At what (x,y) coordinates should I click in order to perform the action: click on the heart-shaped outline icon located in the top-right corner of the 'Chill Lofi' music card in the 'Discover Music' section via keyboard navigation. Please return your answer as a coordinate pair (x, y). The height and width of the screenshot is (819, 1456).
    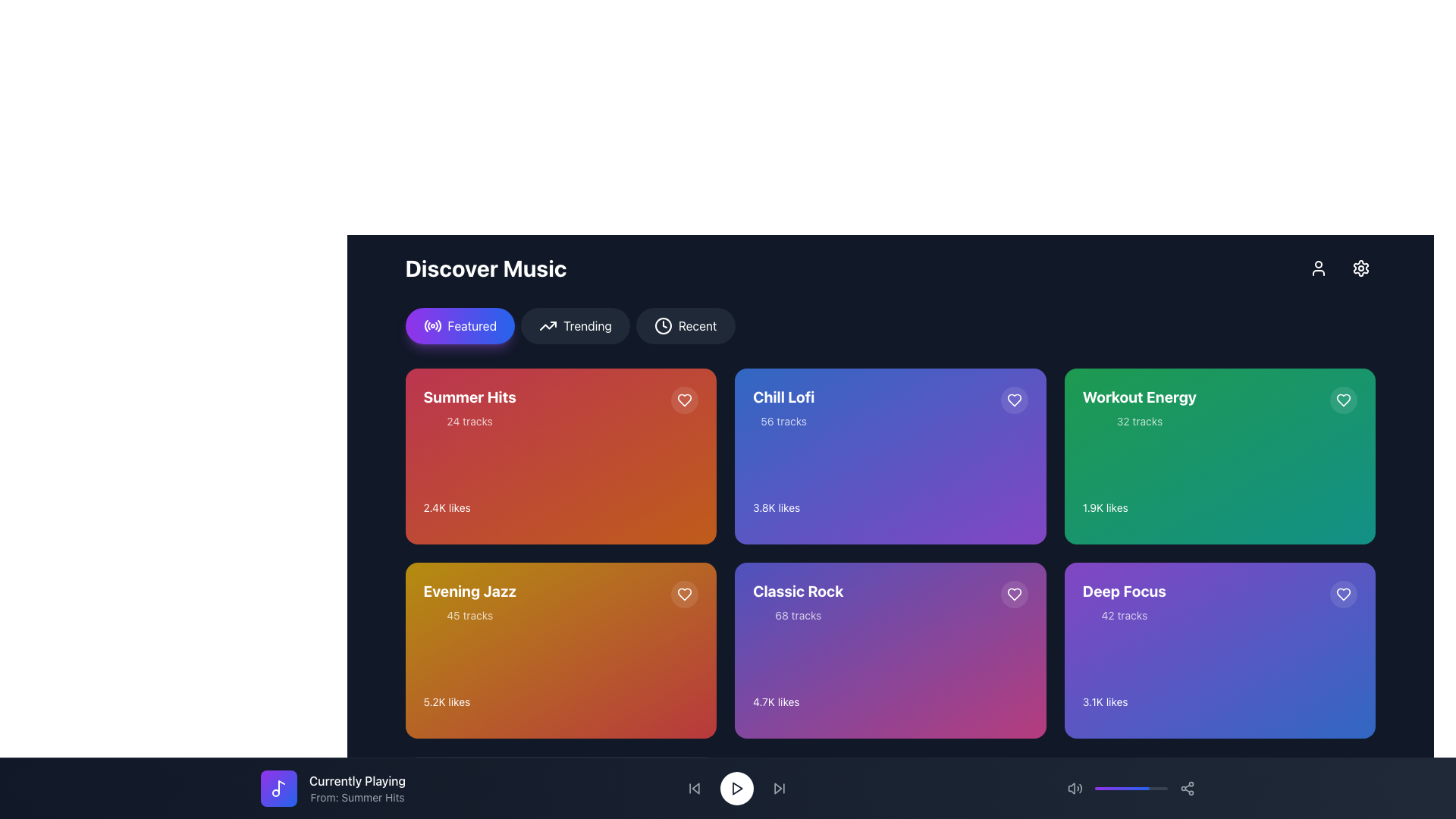
    Looking at the image, I should click on (1014, 400).